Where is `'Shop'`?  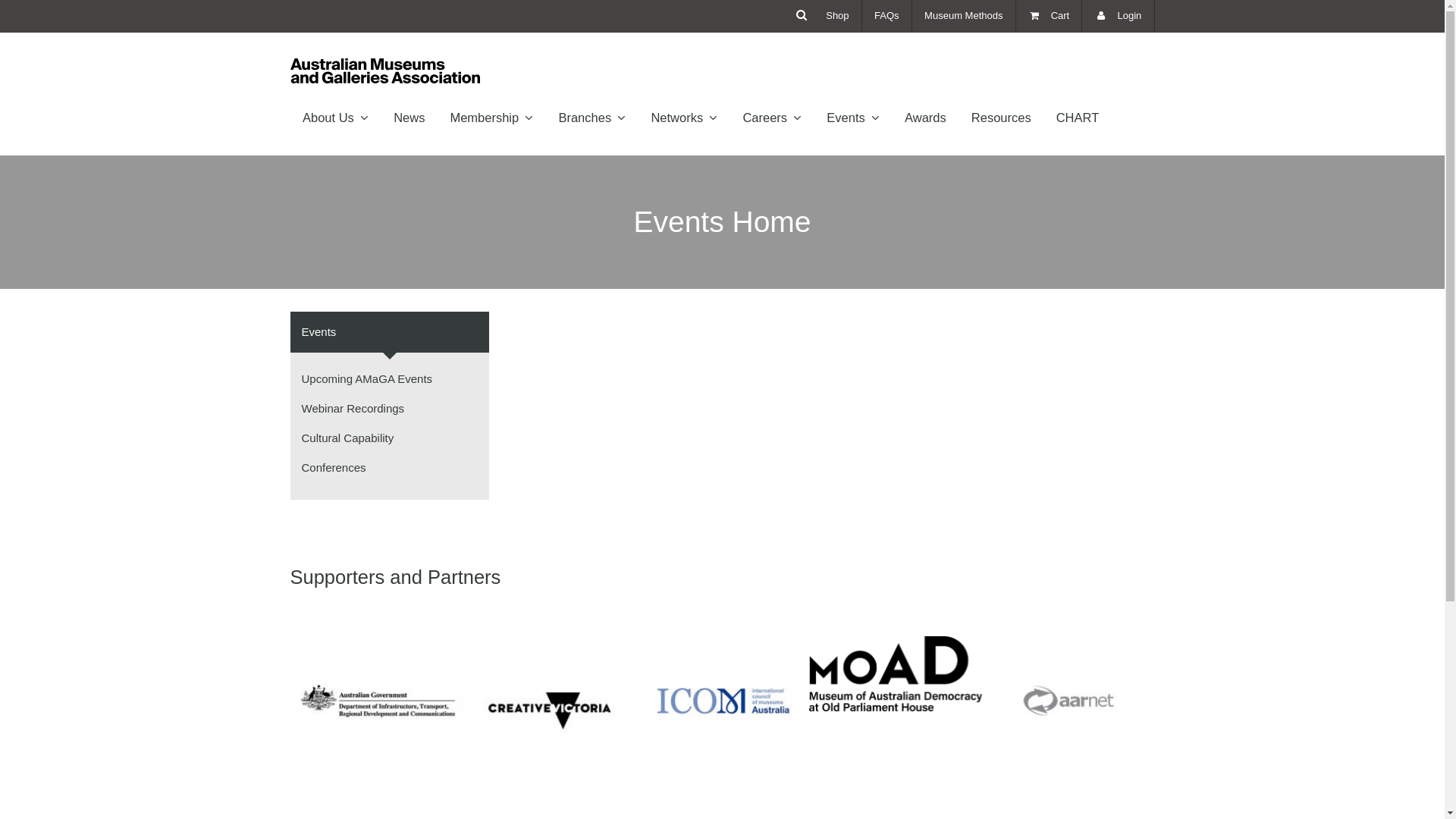
'Shop' is located at coordinates (836, 16).